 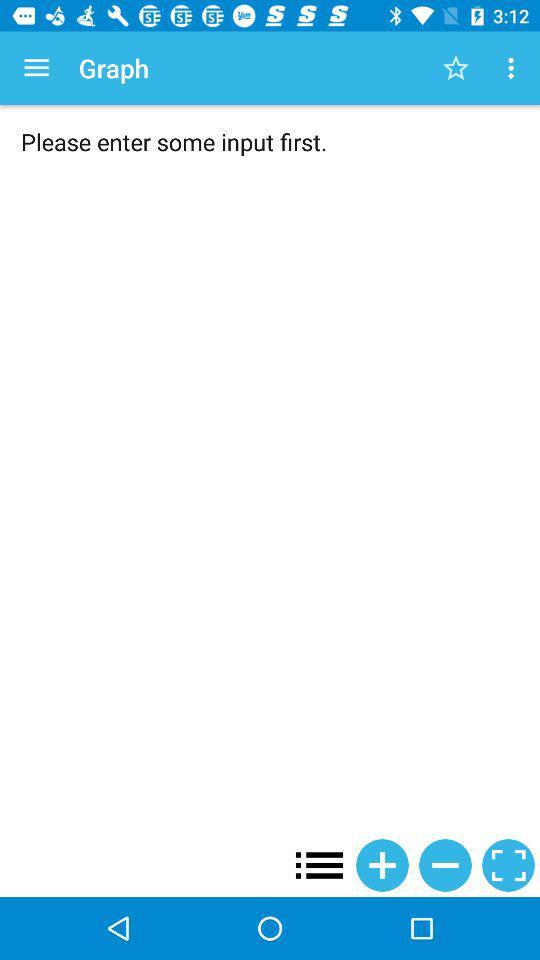 What do you see at coordinates (508, 864) in the screenshot?
I see `the fullscreen icon` at bounding box center [508, 864].